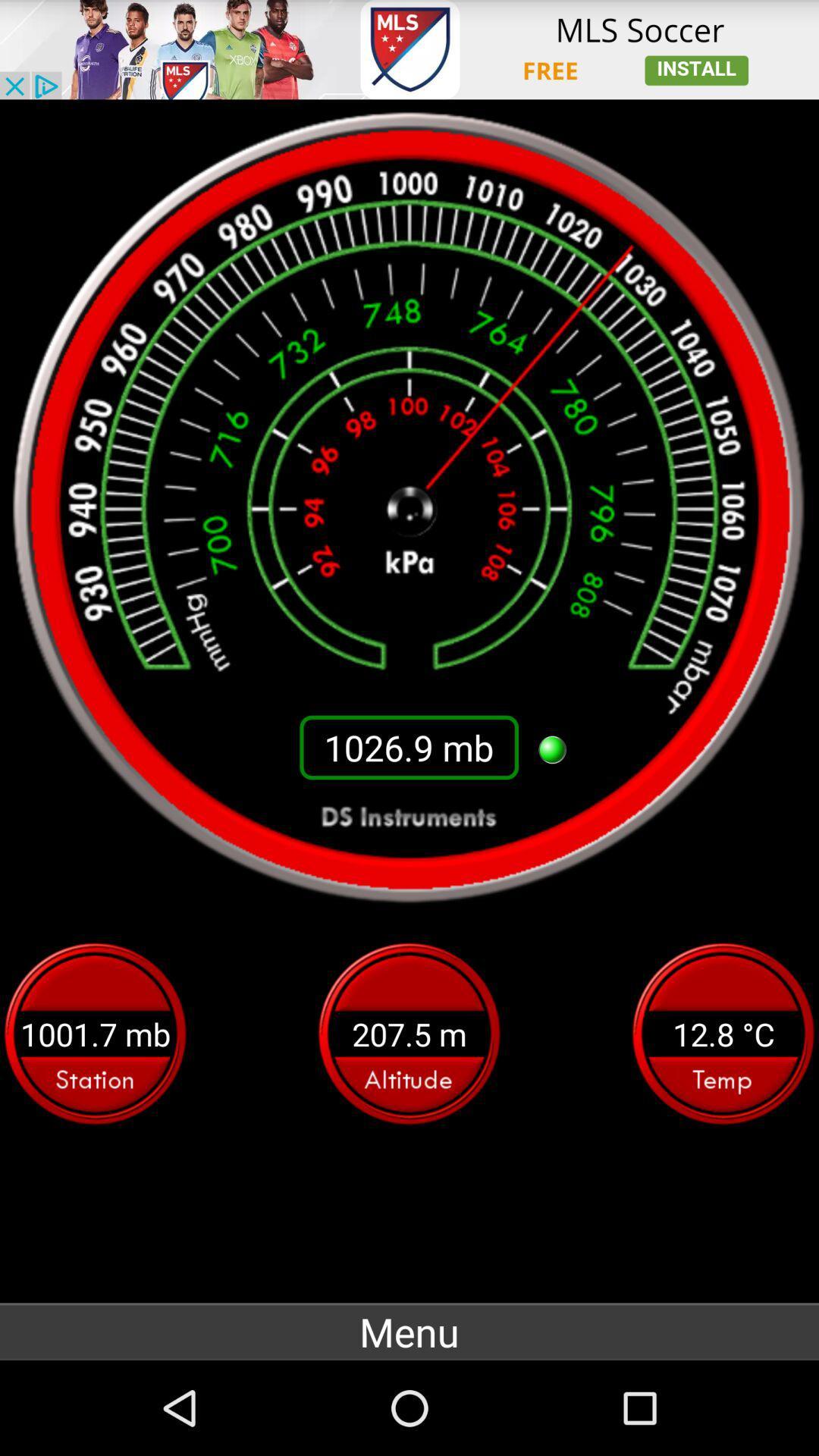 The image size is (819, 1456). Describe the element at coordinates (409, 49) in the screenshot. I see `tap to view advertisement` at that location.